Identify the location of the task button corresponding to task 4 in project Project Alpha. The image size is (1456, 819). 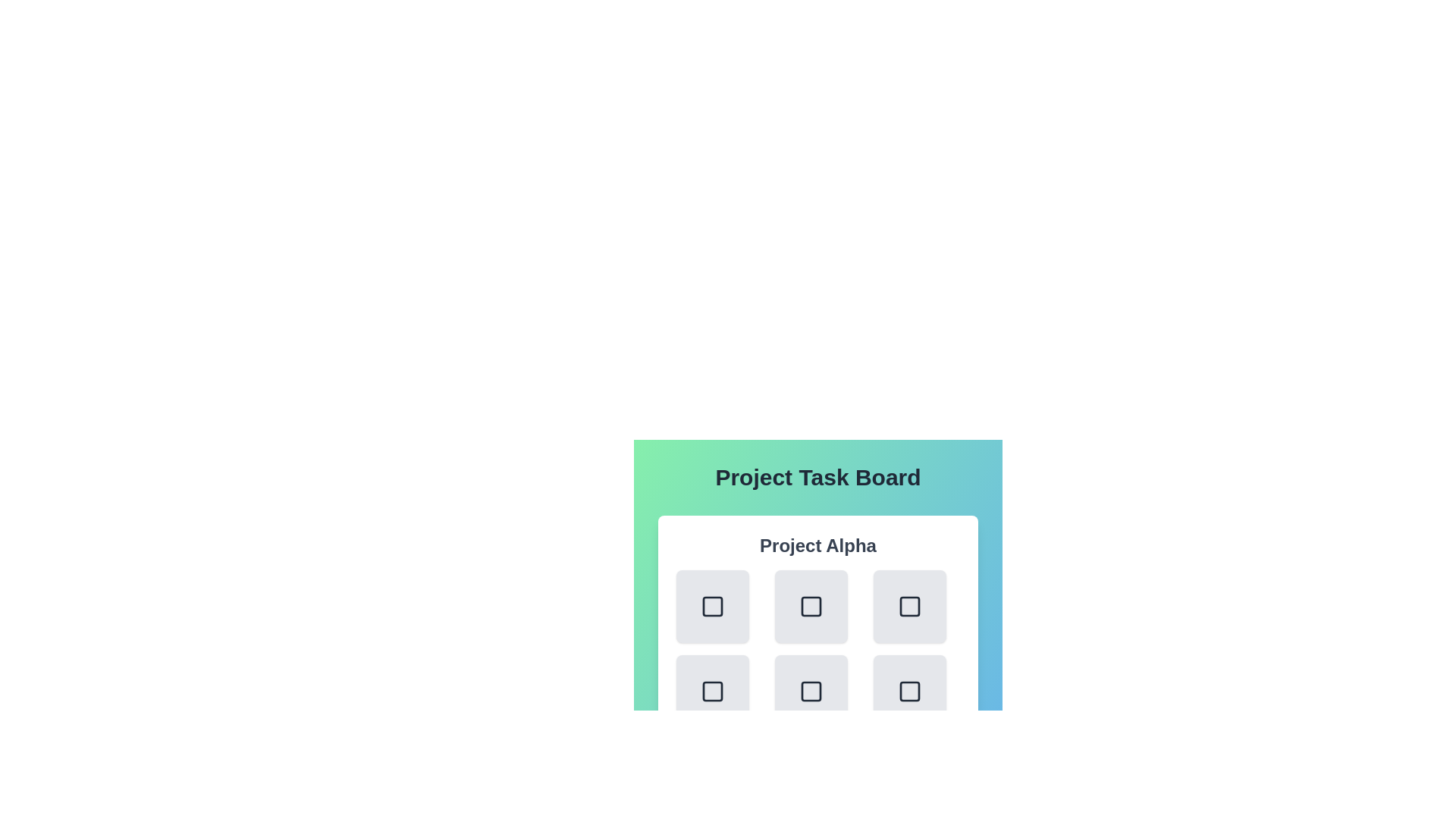
(811, 691).